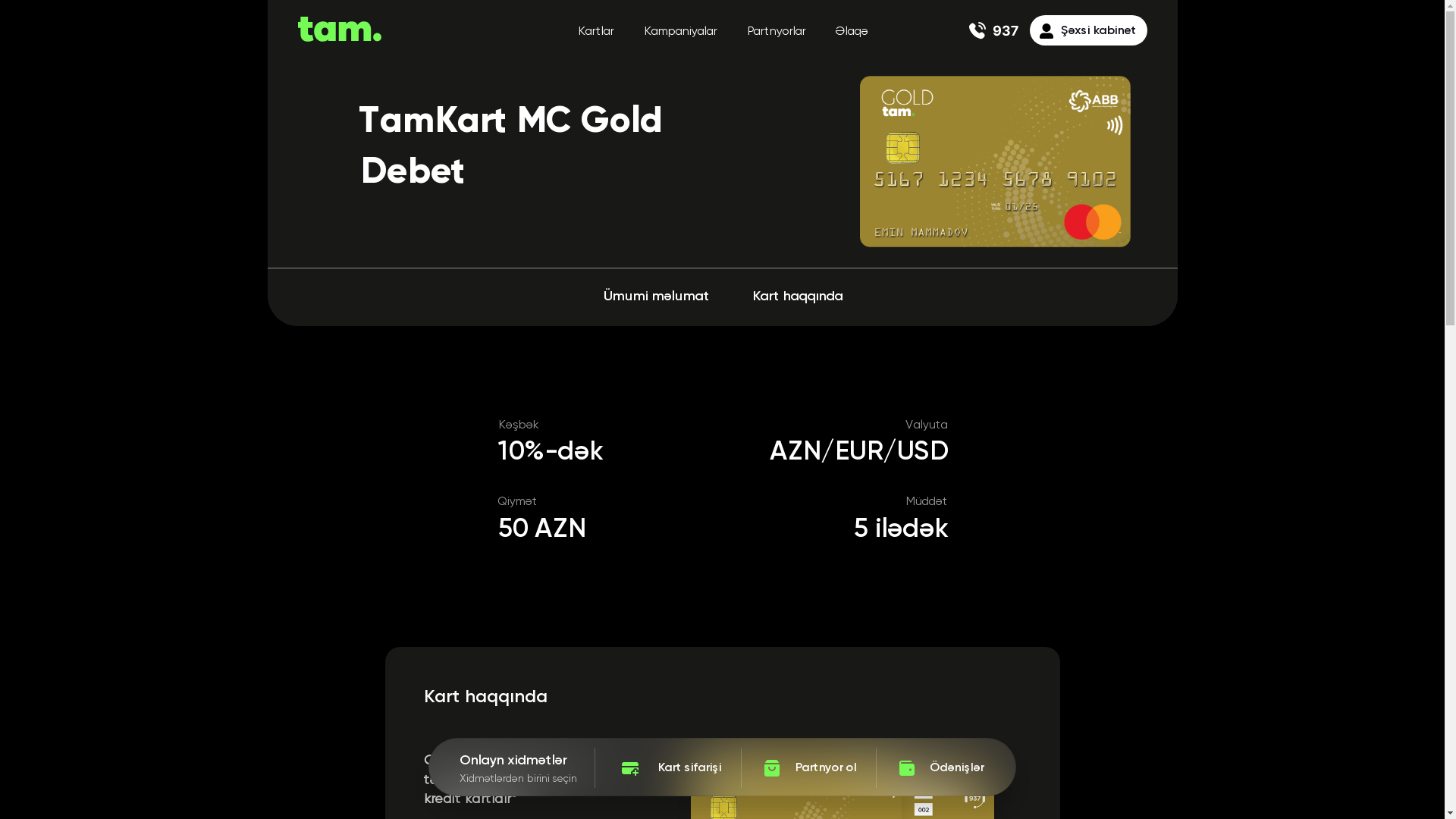  What do you see at coordinates (679, 32) in the screenshot?
I see `'Kampaniyalar'` at bounding box center [679, 32].